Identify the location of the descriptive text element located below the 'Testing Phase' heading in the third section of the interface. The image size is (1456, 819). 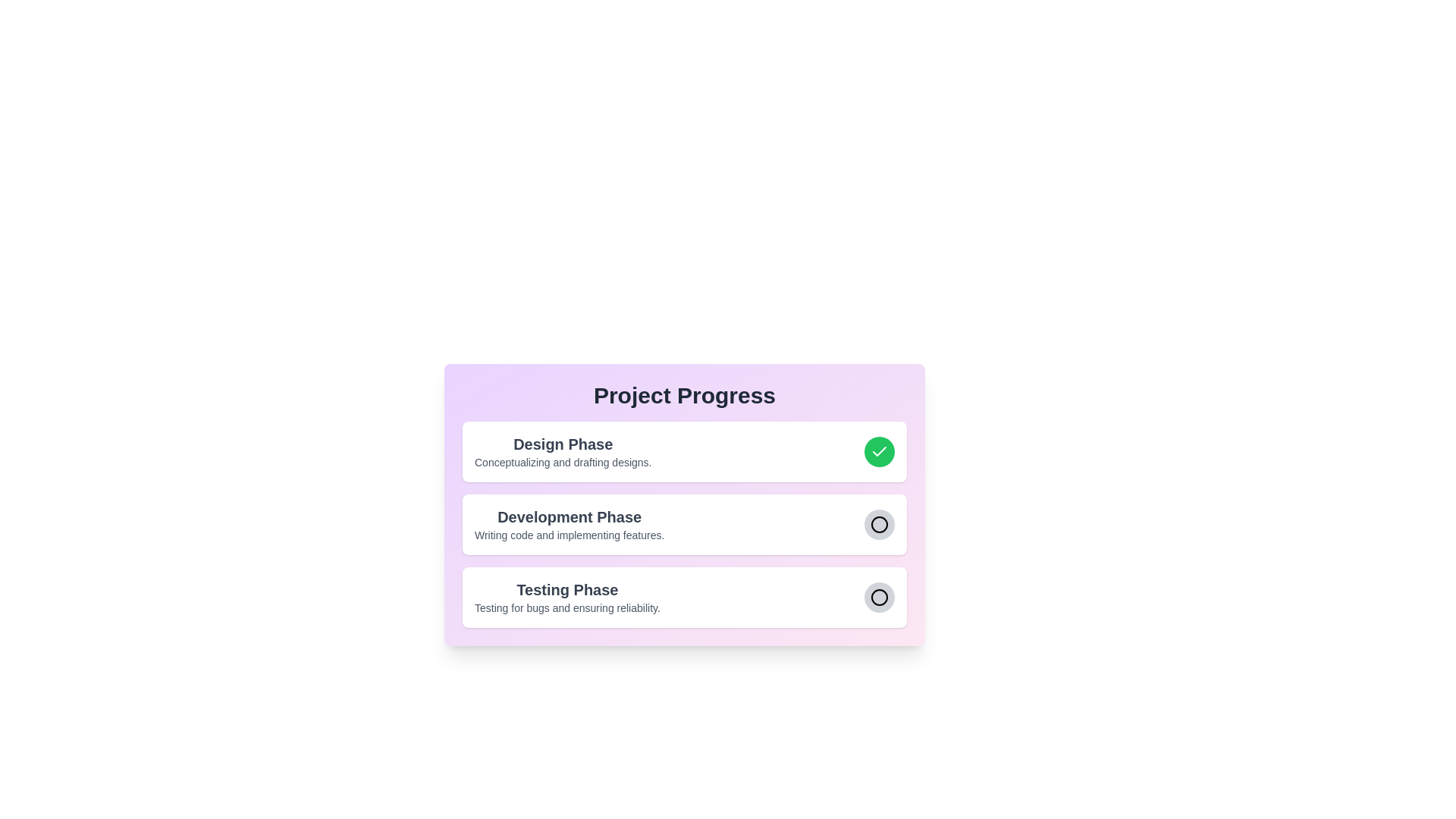
(566, 607).